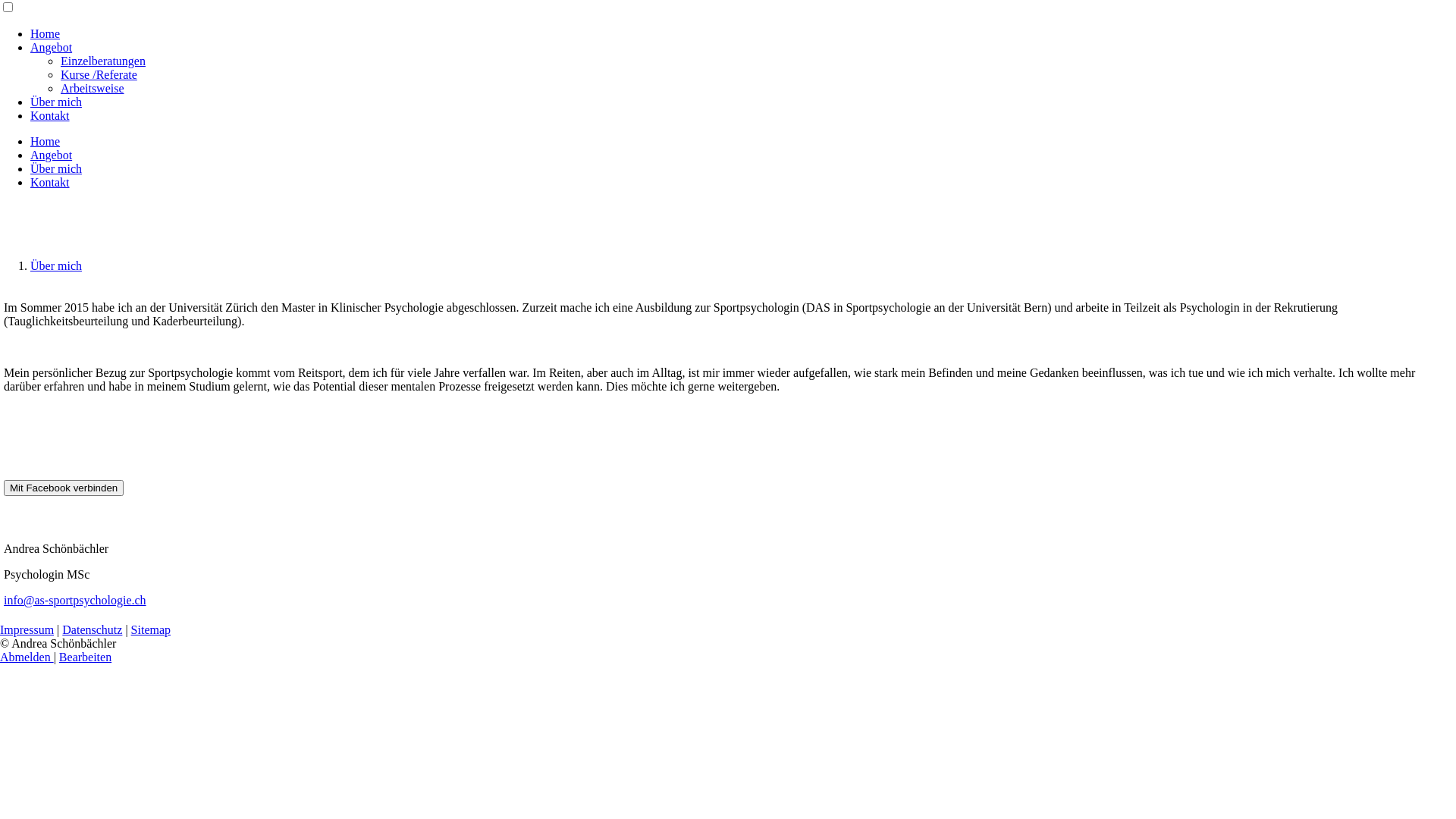 The width and height of the screenshot is (1456, 819). Describe the element at coordinates (91, 629) in the screenshot. I see `'Datenschutz'` at that location.